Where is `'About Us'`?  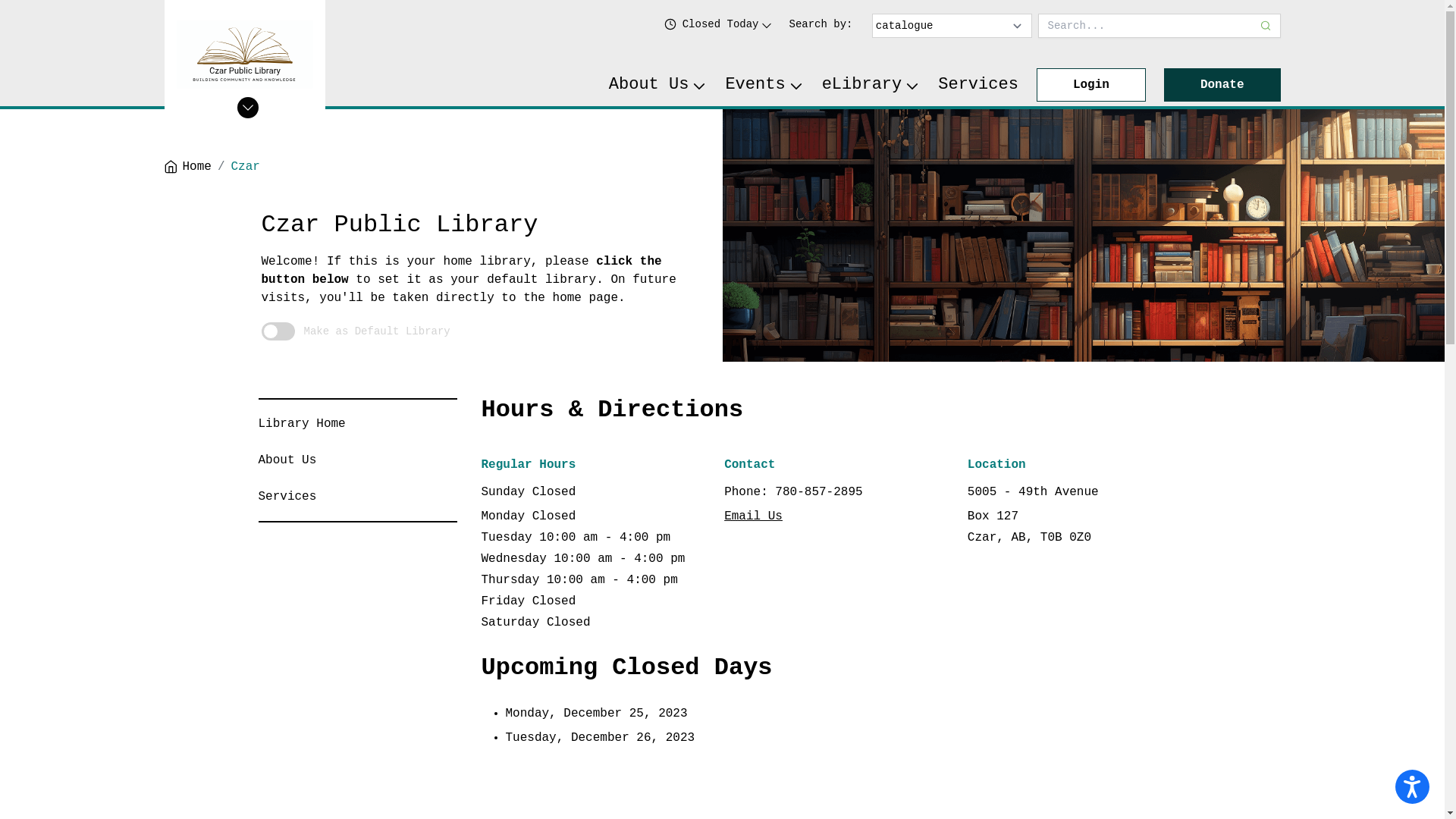
'About Us' is located at coordinates (608, 84).